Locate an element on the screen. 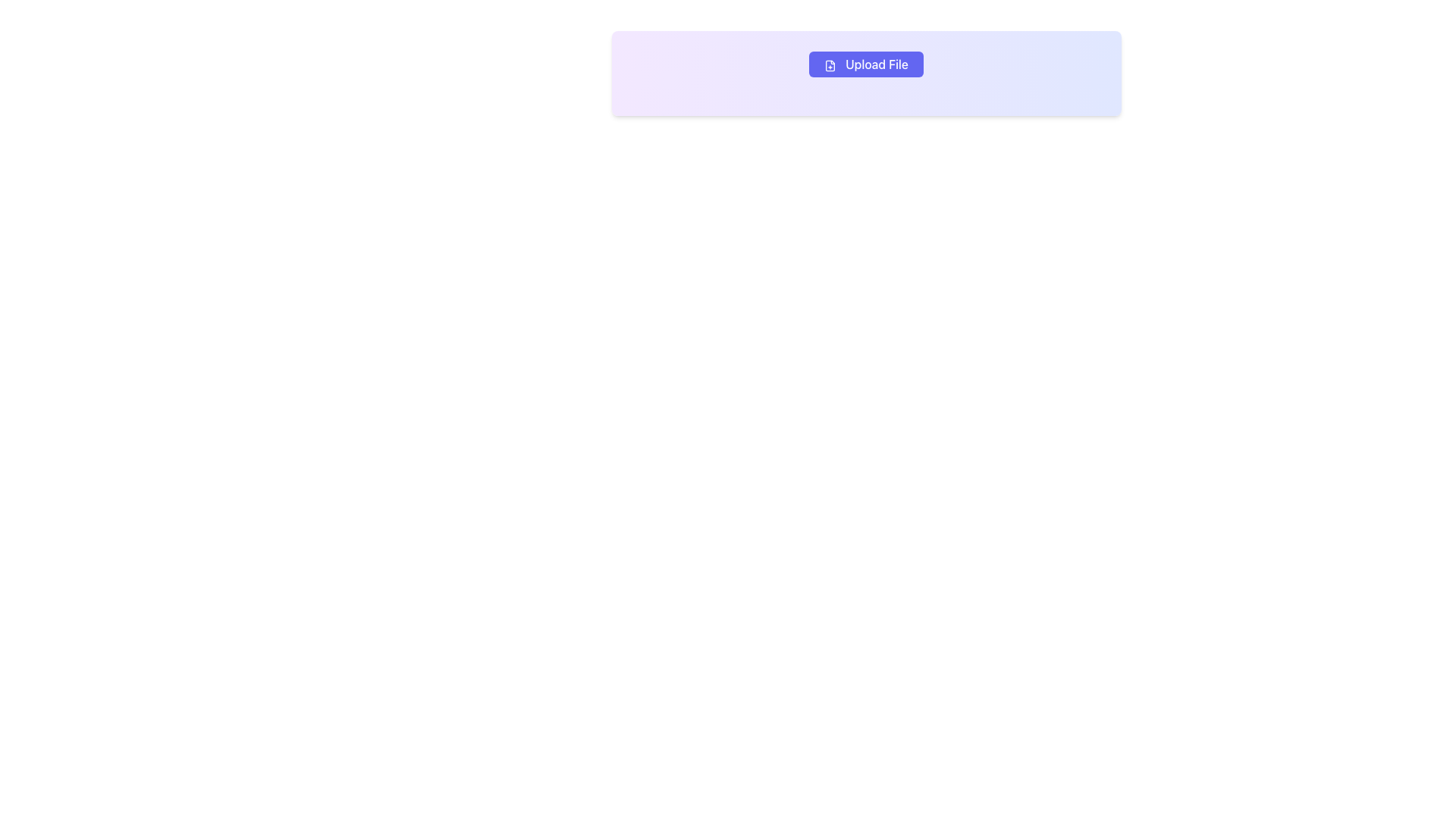  the 'Upload File' button, which is a horizontally centered button with a gradient background and an upload icon, to initiate the file upload process is located at coordinates (866, 63).